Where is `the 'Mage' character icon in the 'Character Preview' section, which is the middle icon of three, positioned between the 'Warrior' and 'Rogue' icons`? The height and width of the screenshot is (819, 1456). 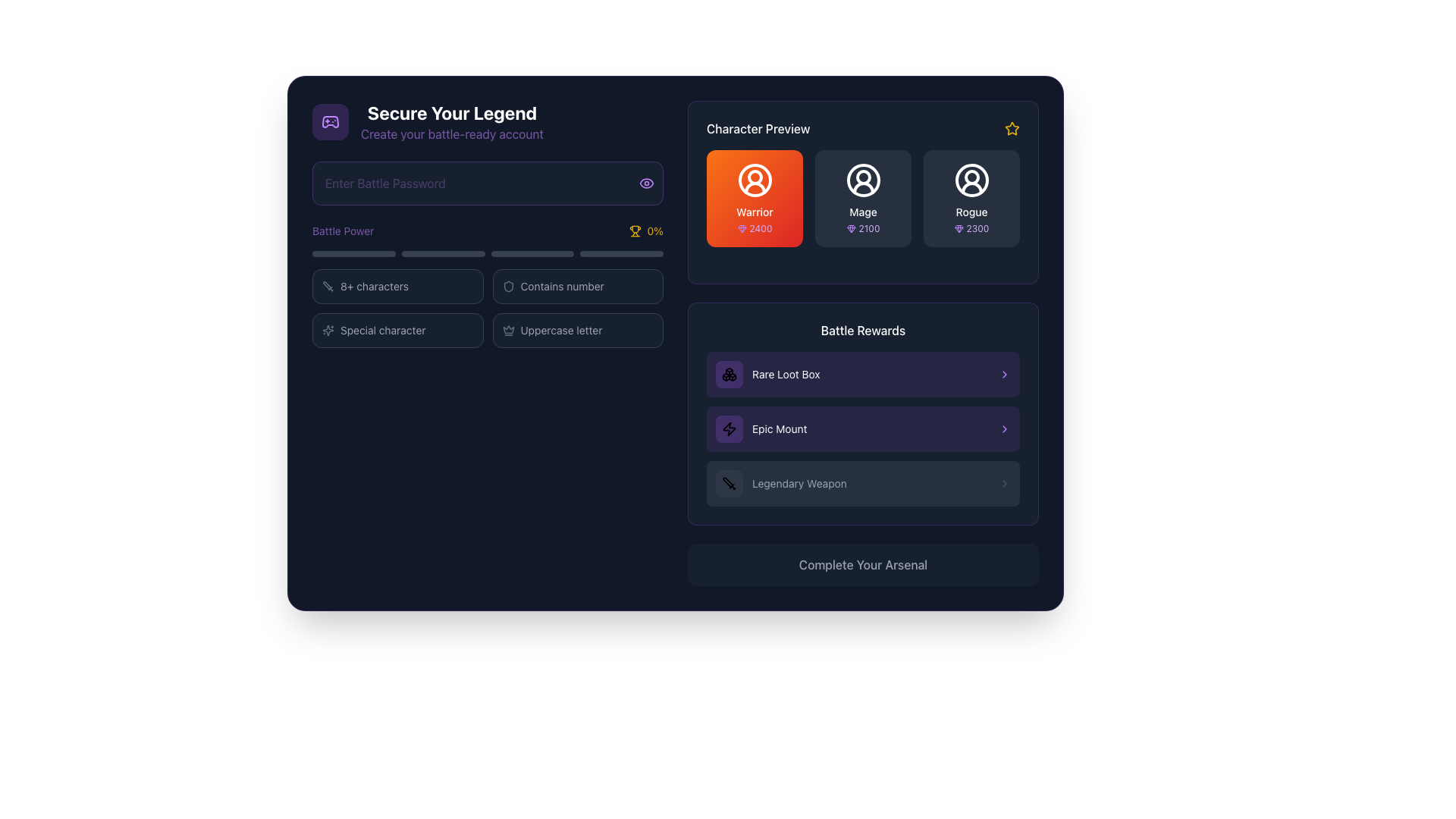
the 'Mage' character icon in the 'Character Preview' section, which is the middle icon of three, positioned between the 'Warrior' and 'Rogue' icons is located at coordinates (863, 180).